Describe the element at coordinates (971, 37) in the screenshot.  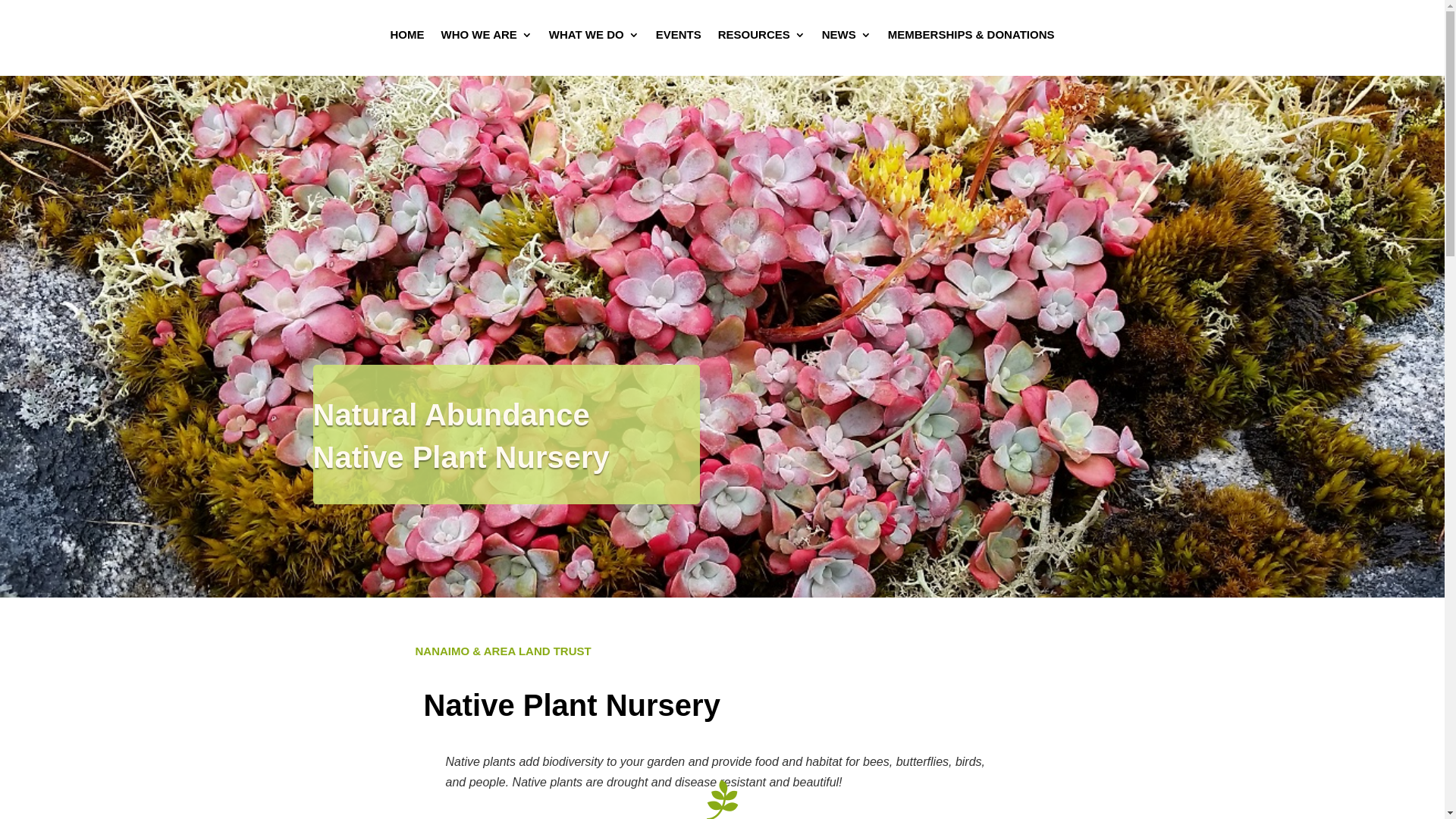
I see `'MEMBERSHIPS & DONATIONS'` at that location.